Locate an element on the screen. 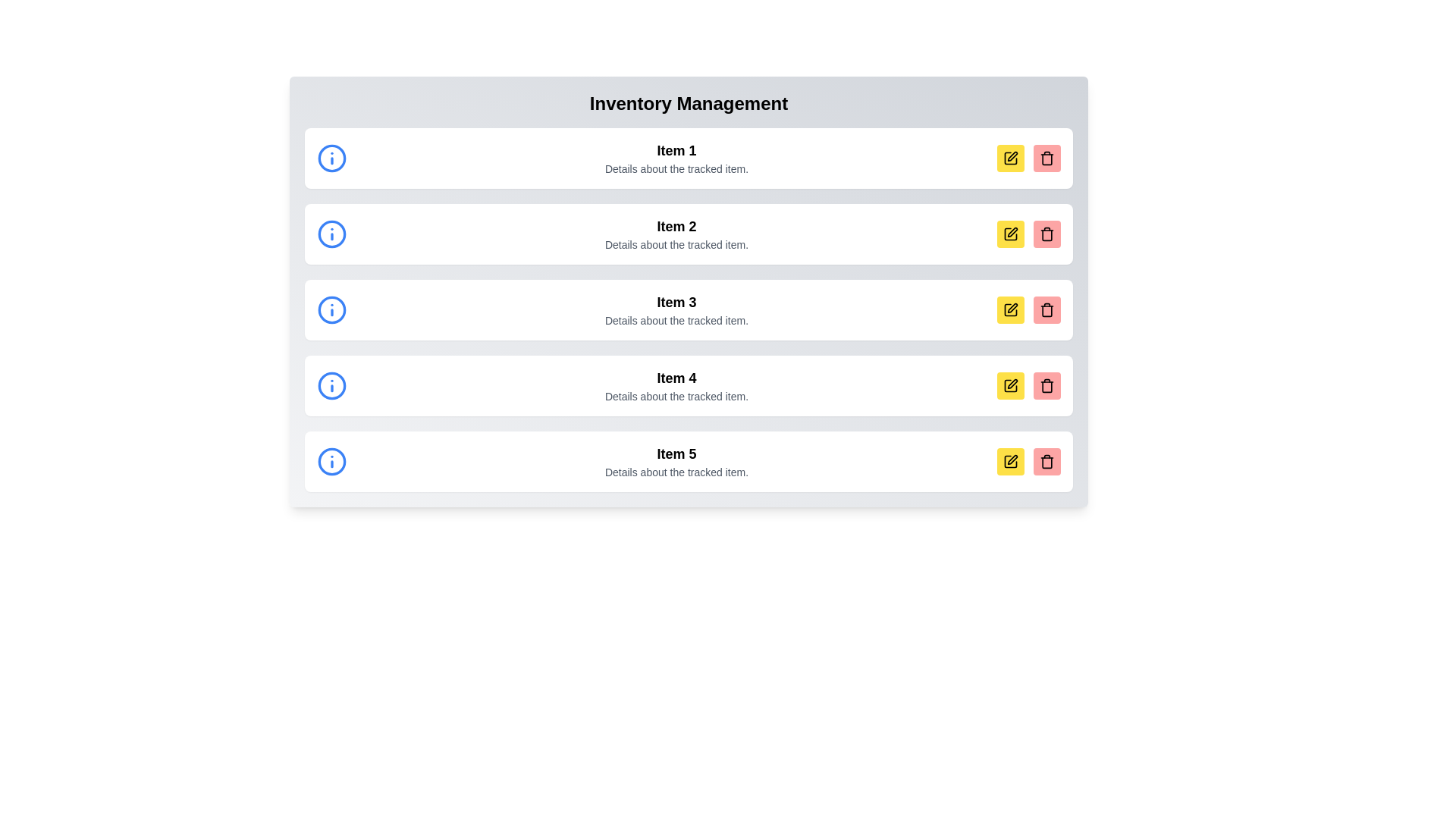 This screenshot has height=819, width=1456. the Text Label element that reads 'Details about the tracked item.' located below the bold title 'Item 4' in the fourth row is located at coordinates (676, 396).